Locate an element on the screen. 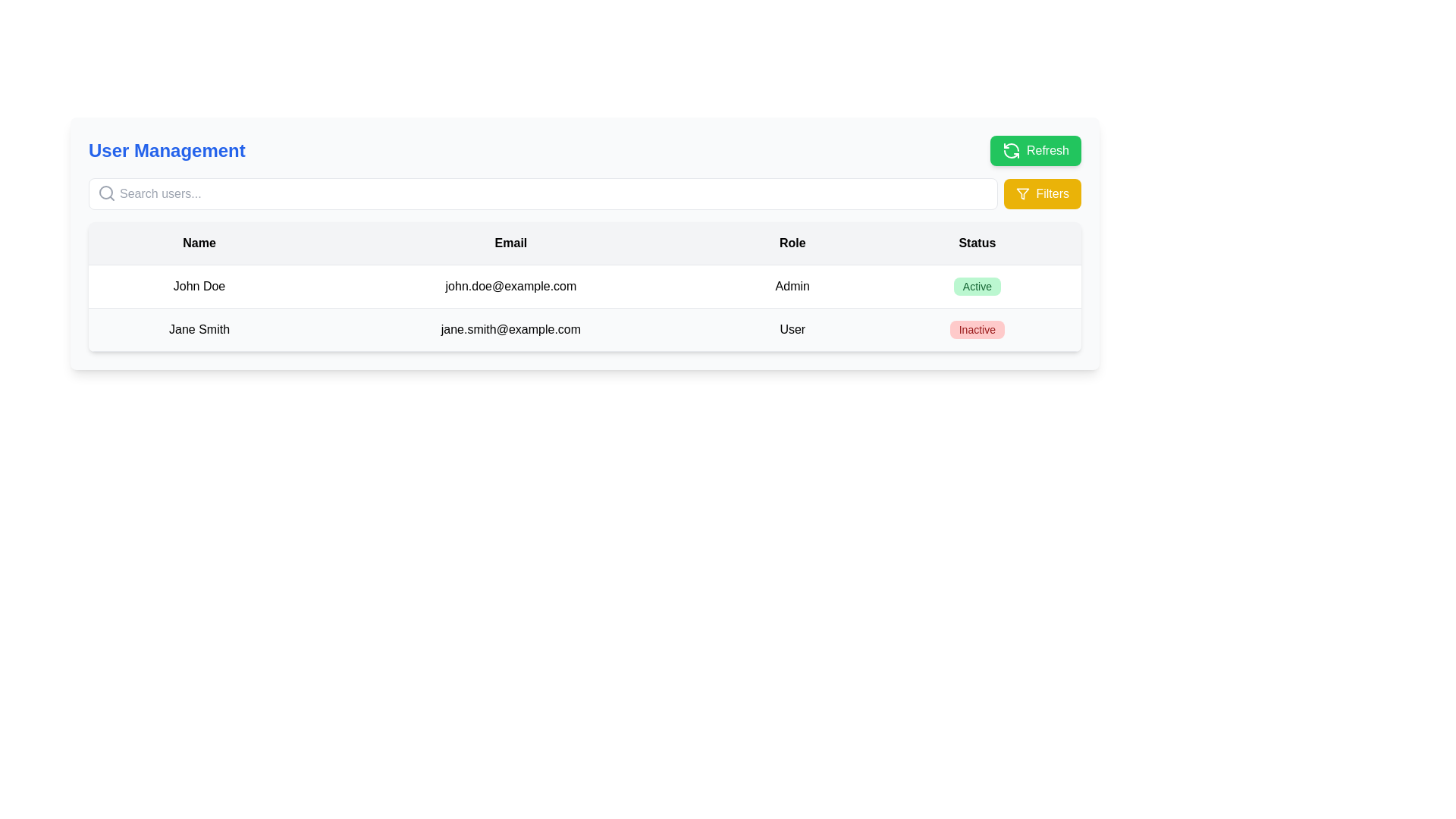 The height and width of the screenshot is (819, 1456). the text label displaying the email 'john.doe@example.com' located in the second column of the first row within a table-like structure is located at coordinates (510, 287).